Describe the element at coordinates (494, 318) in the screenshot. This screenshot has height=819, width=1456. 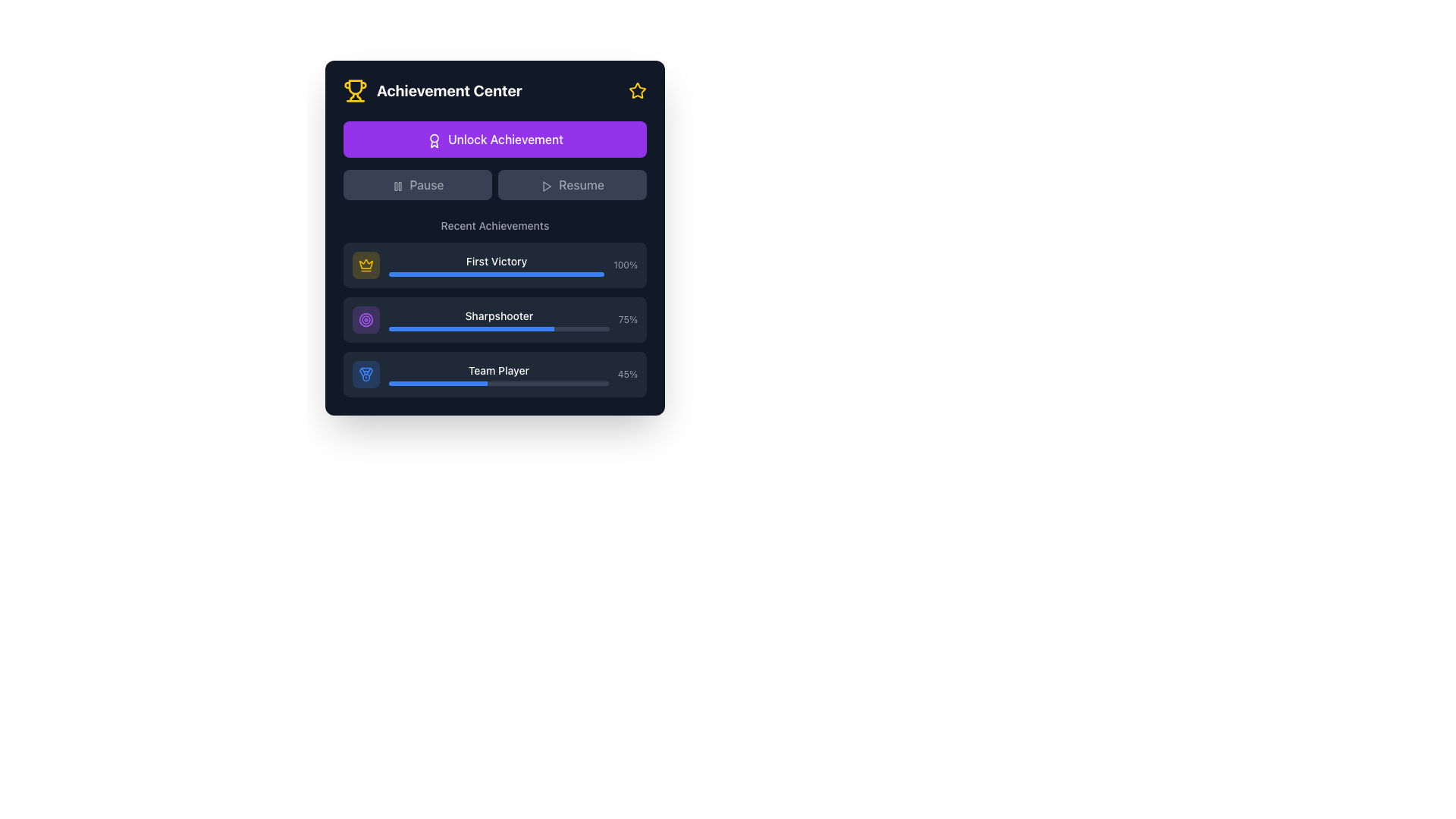
I see `the completion percentage of the 'Sharpshooter' achievement displayed in the Recent Achievements section, which shows '75%' in gray next to the title` at that location.